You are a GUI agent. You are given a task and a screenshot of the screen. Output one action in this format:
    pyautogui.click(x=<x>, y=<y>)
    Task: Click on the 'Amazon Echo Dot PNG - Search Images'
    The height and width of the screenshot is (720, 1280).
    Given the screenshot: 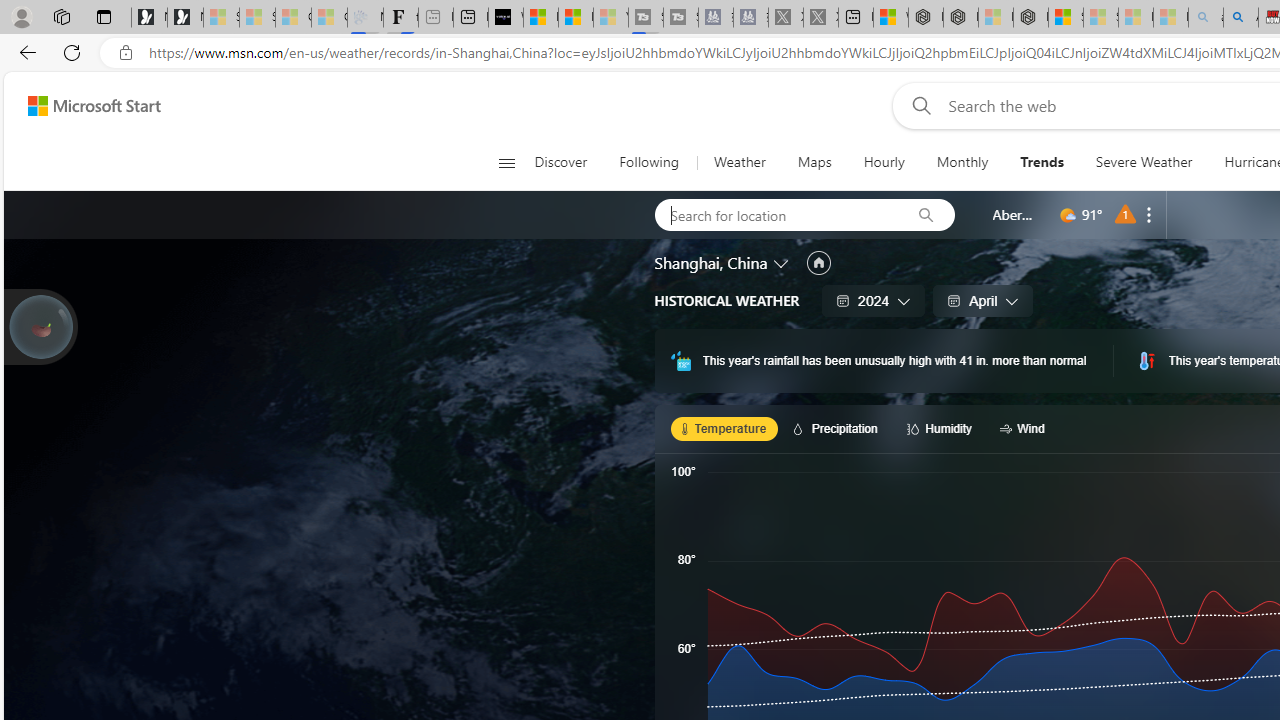 What is the action you would take?
    pyautogui.click(x=1239, y=17)
    